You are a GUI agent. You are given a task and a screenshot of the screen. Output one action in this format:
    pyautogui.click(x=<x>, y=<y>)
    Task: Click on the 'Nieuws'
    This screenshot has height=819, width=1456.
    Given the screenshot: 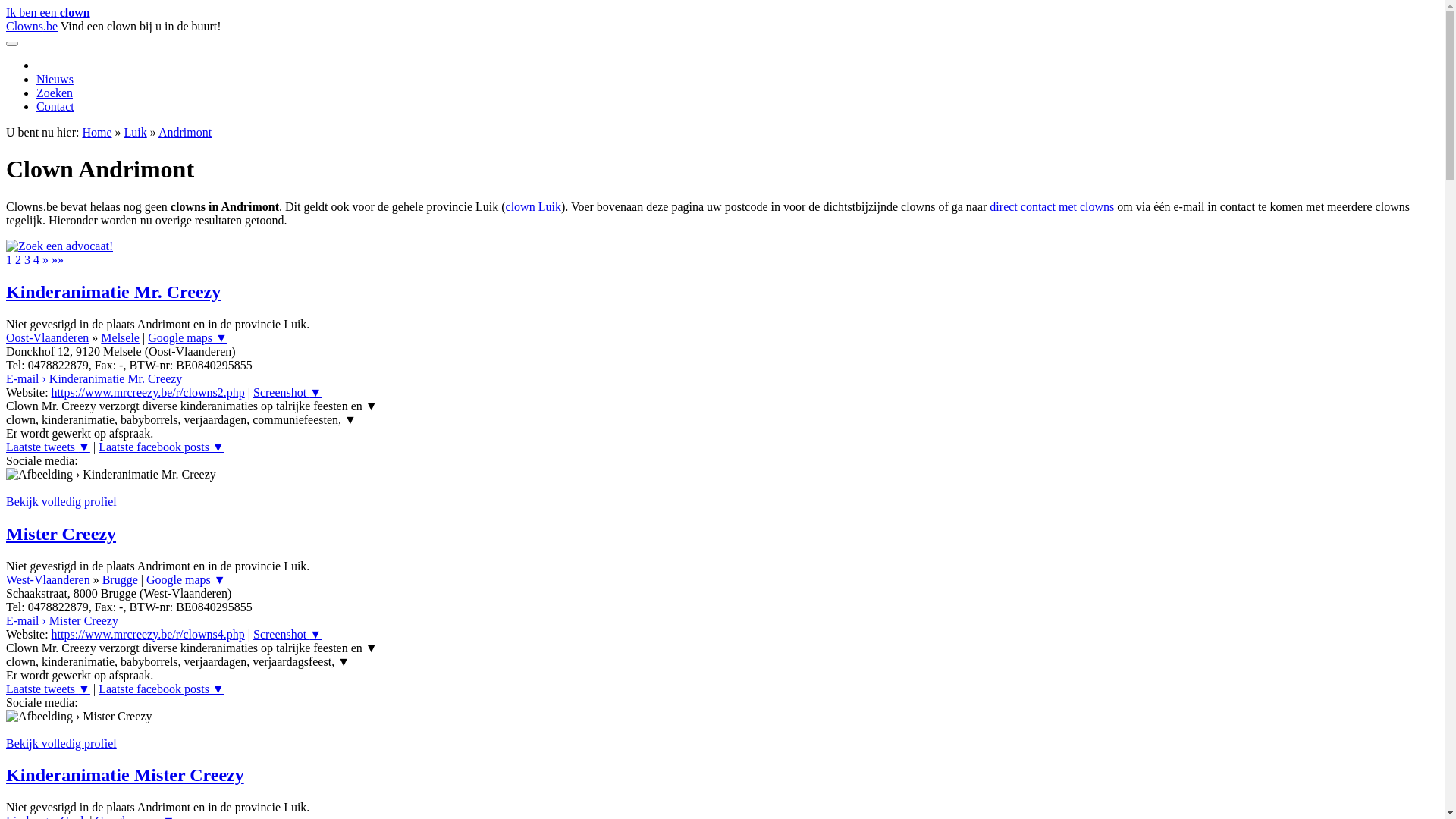 What is the action you would take?
    pyautogui.click(x=36, y=79)
    